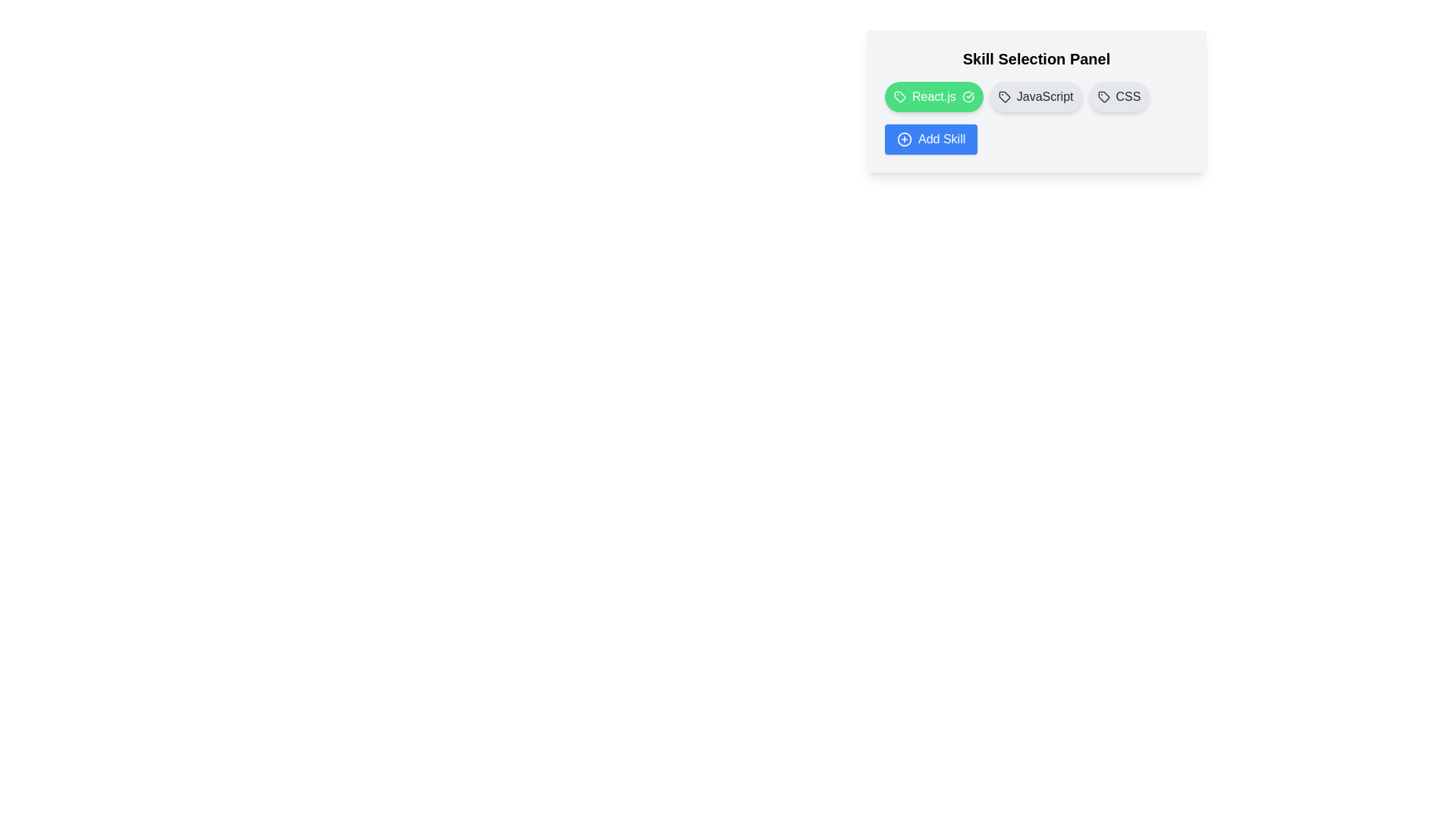 This screenshot has width=1456, height=819. Describe the element at coordinates (899, 96) in the screenshot. I see `the SVG icon of a tag with a green background that is located to the left of the 'React.js' text within its green rounded badge` at that location.